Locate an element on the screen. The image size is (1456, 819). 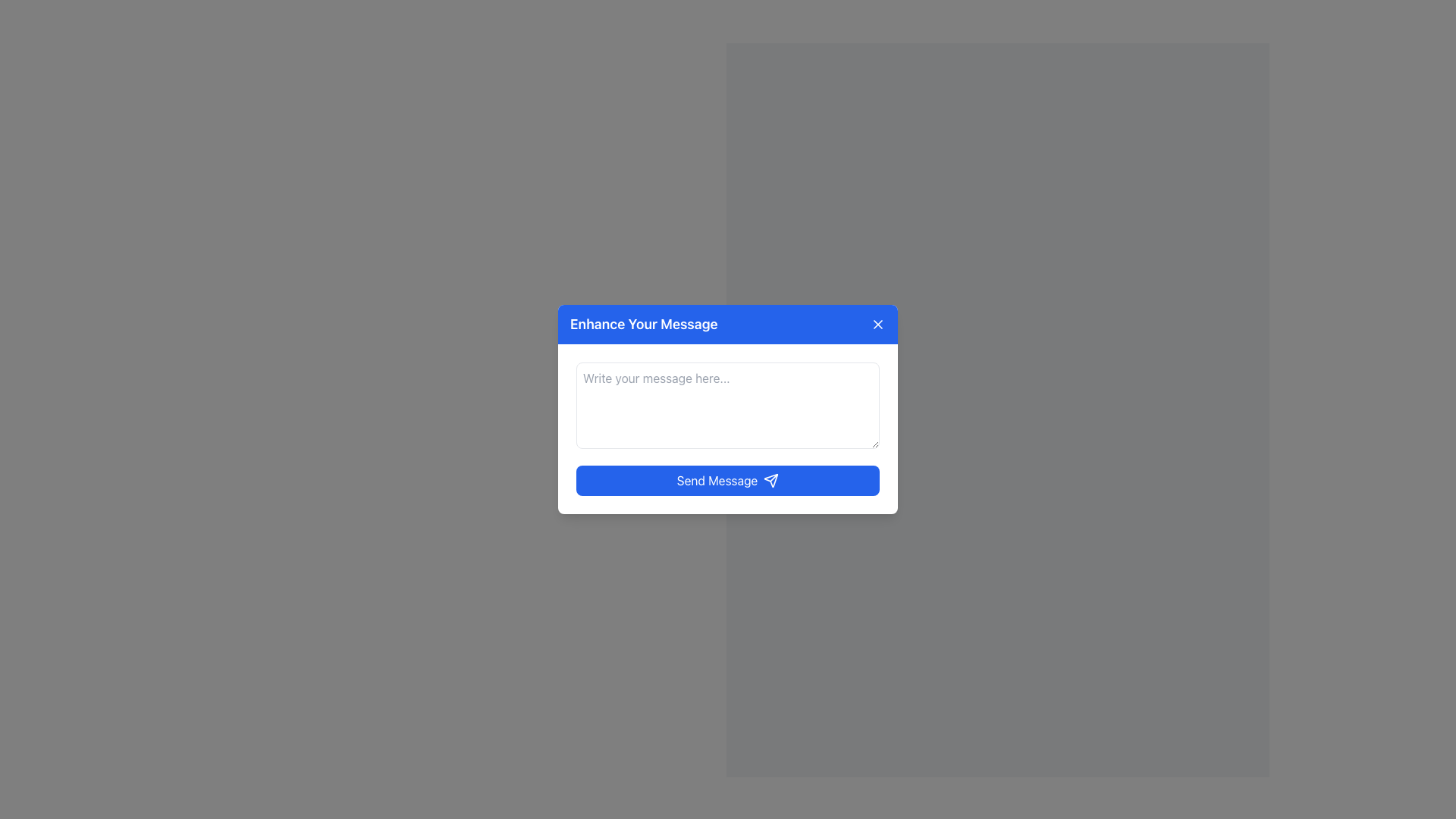
the close button located at the top-right corner of the blue header section of the popup window, adjacent to the title text 'Enhance Your Message' is located at coordinates (877, 324).